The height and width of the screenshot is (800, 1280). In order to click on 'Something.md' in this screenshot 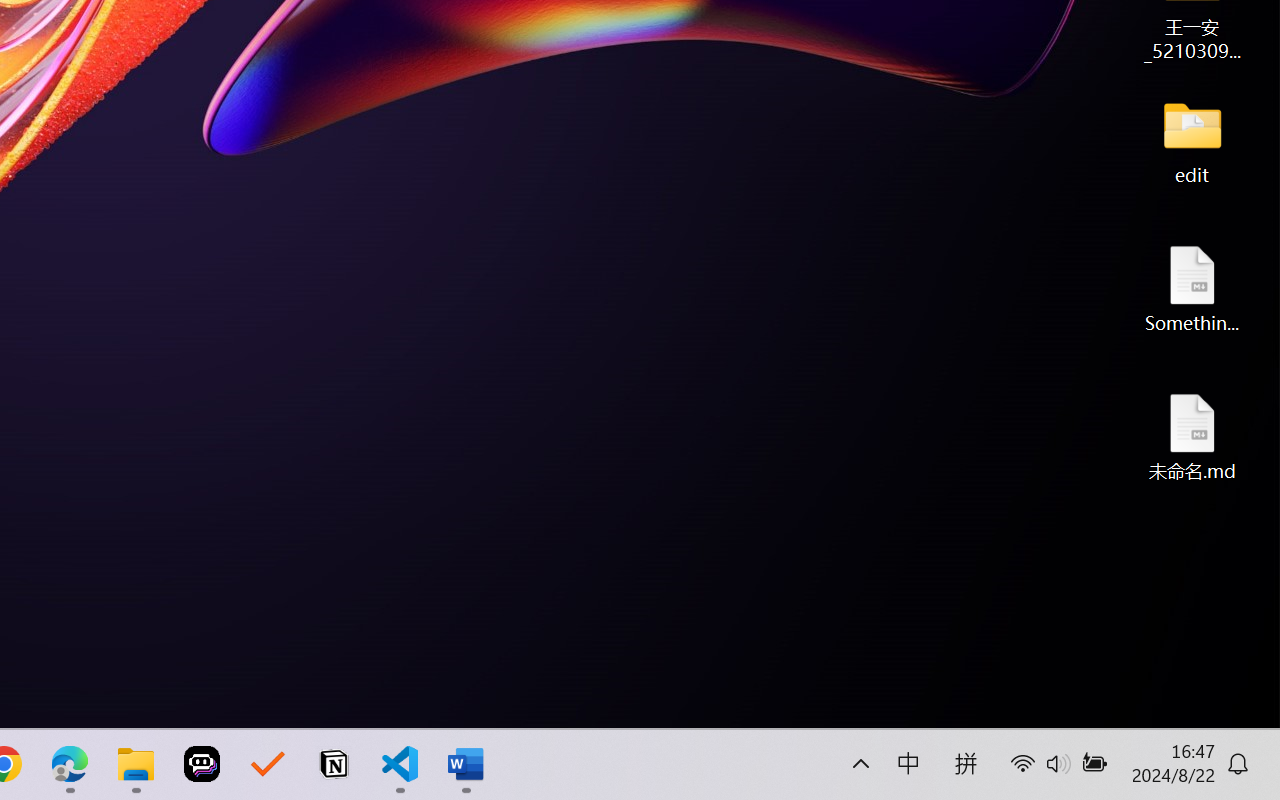, I will do `click(1192, 288)`.